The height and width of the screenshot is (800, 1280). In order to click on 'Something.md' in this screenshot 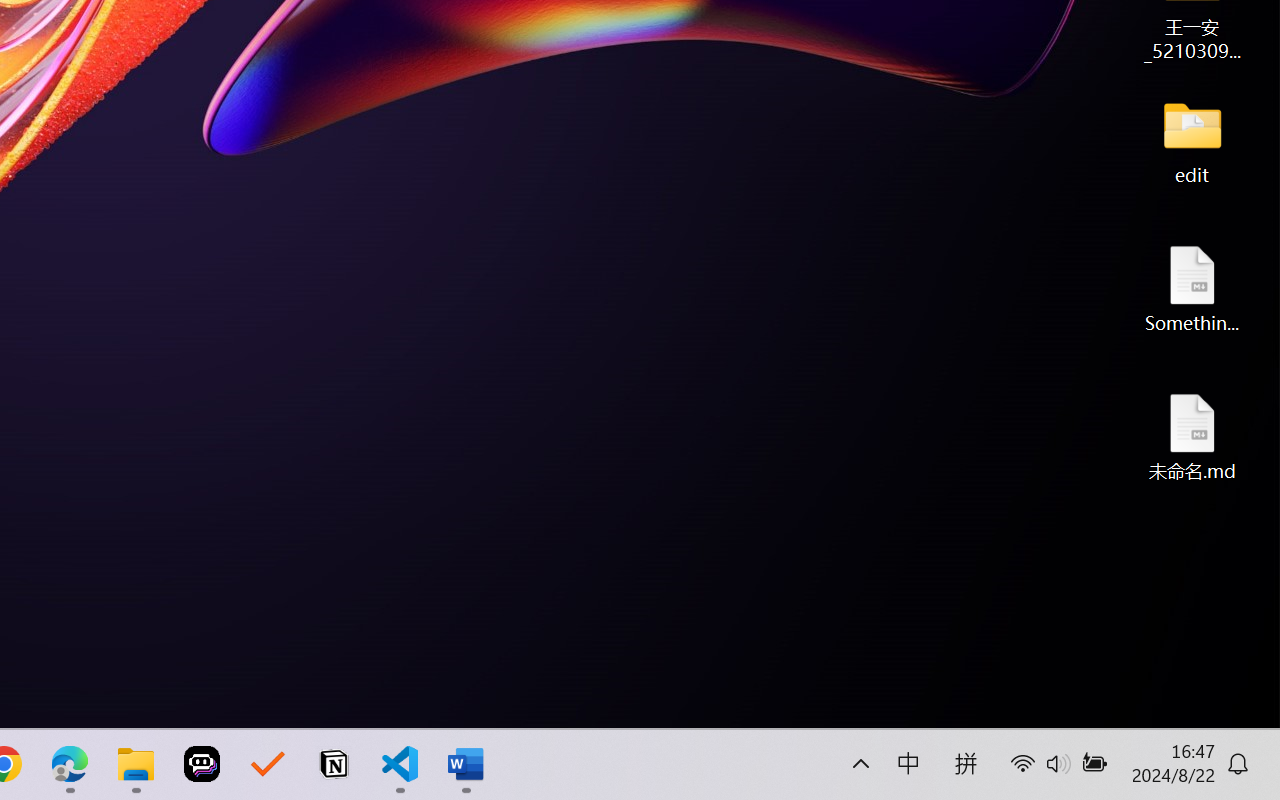, I will do `click(1192, 288)`.